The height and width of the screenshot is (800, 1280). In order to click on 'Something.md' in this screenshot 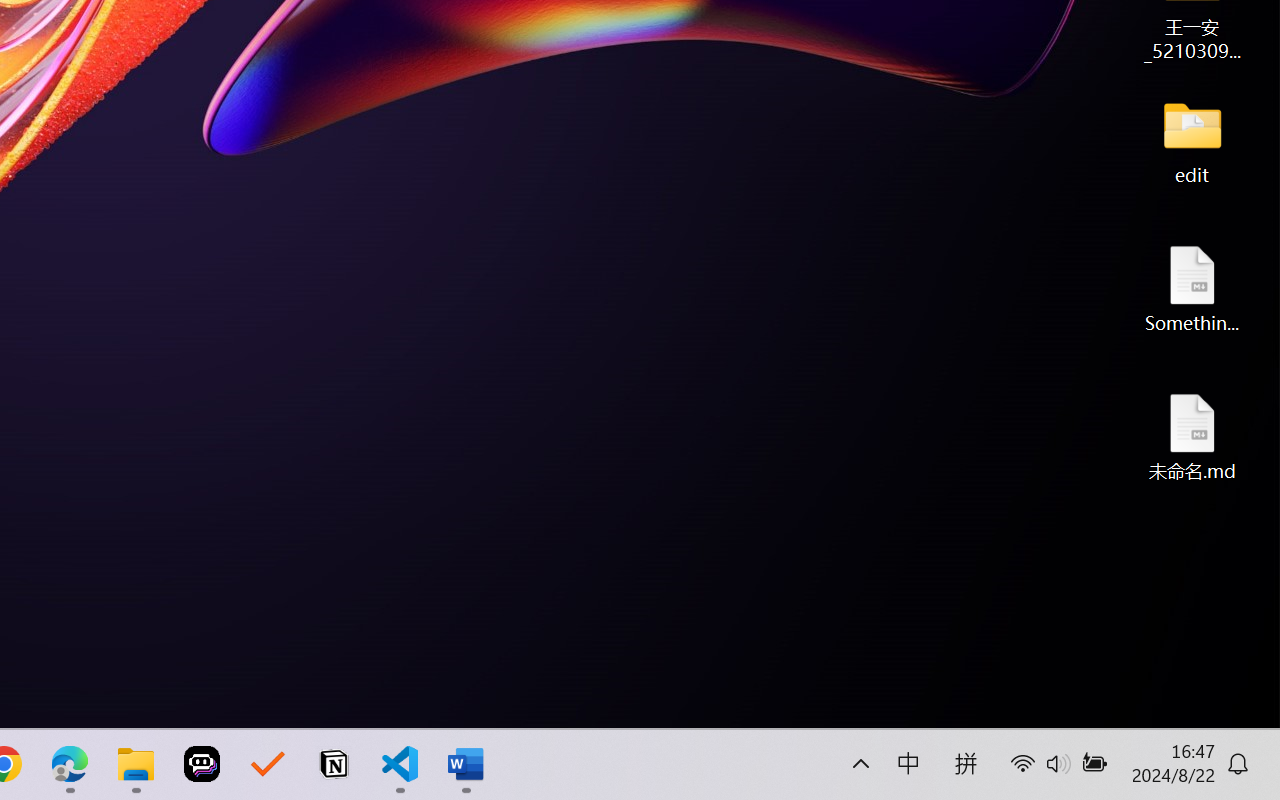, I will do `click(1192, 288)`.